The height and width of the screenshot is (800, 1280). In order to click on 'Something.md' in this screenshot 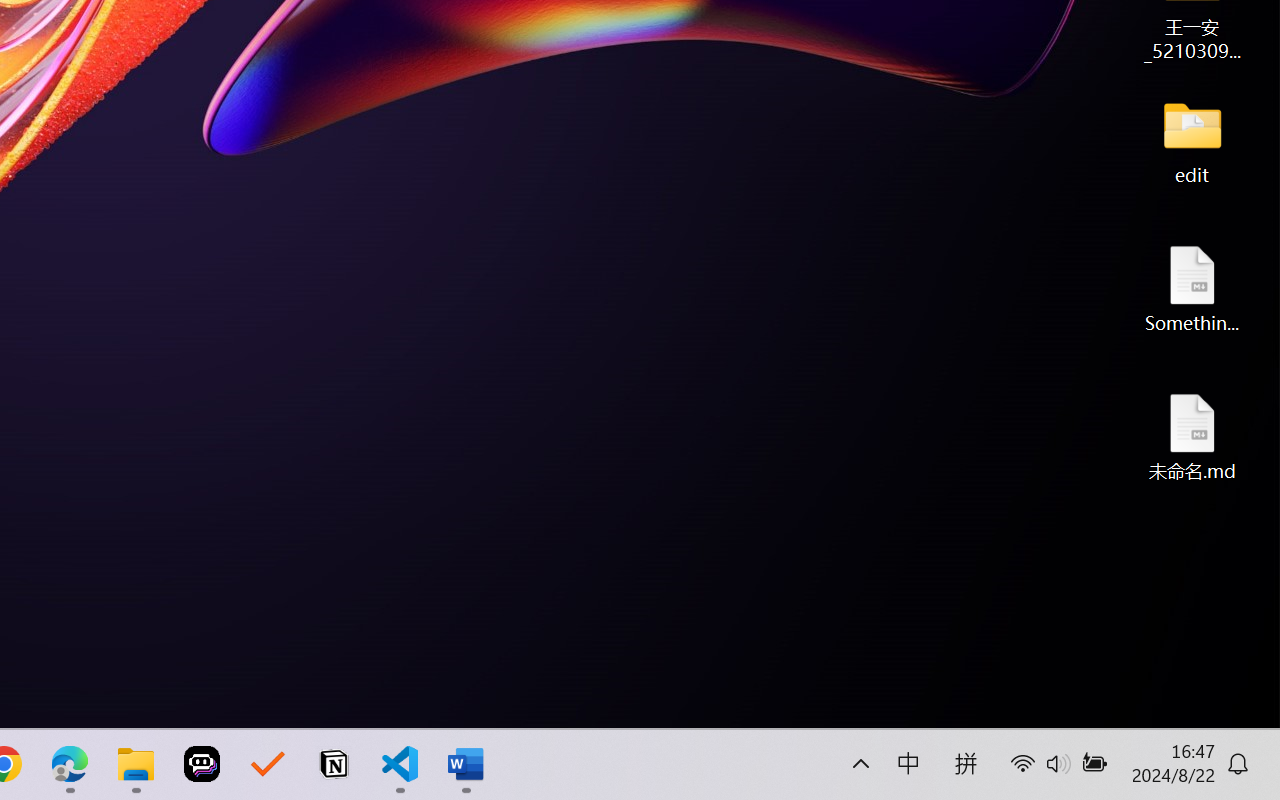, I will do `click(1192, 288)`.